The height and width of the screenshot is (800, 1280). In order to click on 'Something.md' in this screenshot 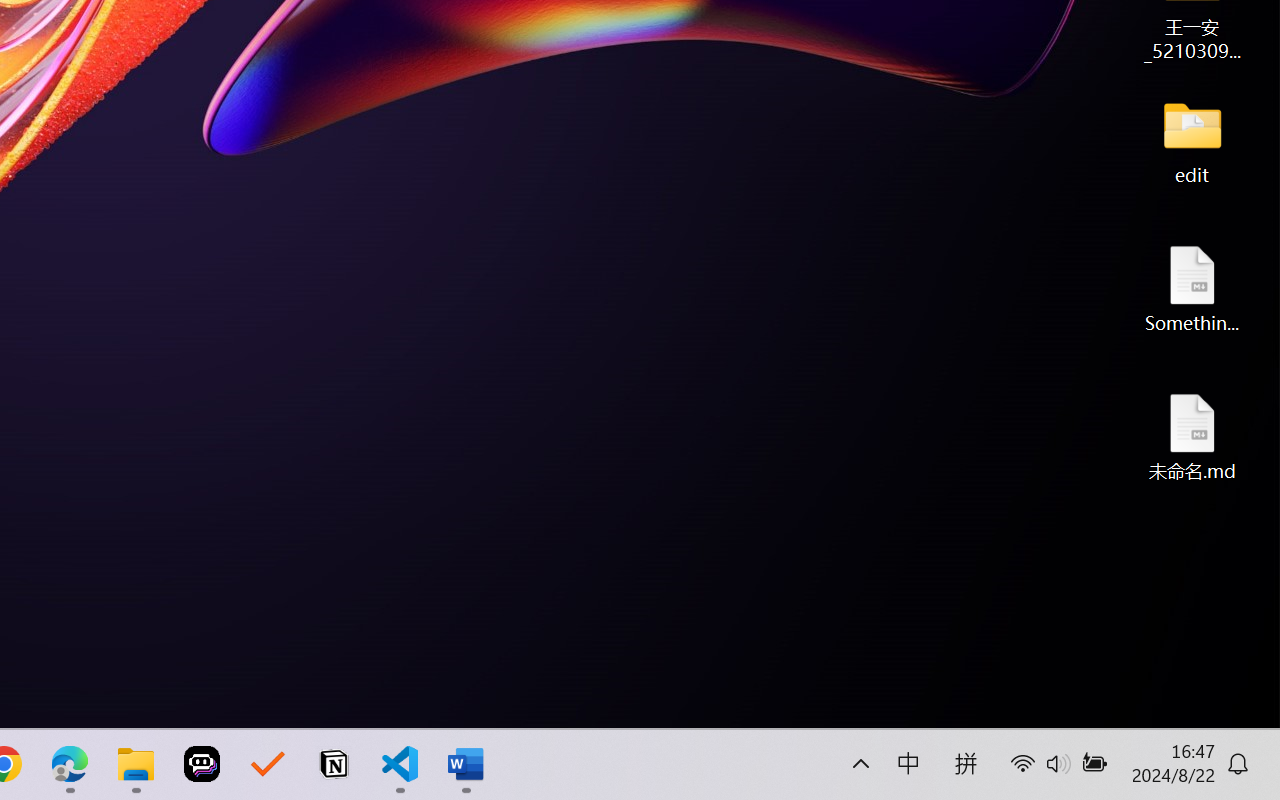, I will do `click(1192, 288)`.